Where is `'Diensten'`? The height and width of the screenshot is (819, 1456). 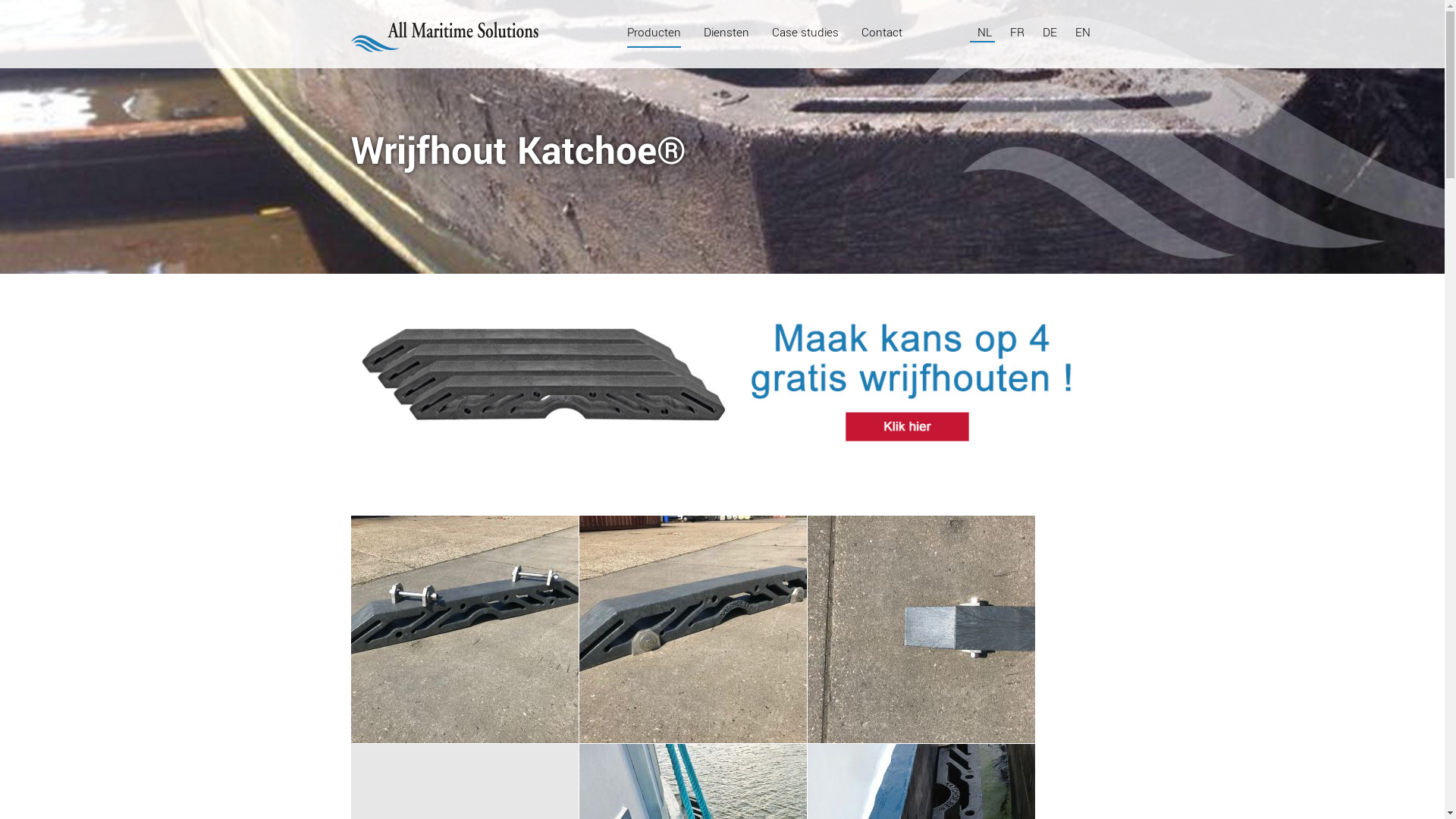 'Diensten' is located at coordinates (702, 32).